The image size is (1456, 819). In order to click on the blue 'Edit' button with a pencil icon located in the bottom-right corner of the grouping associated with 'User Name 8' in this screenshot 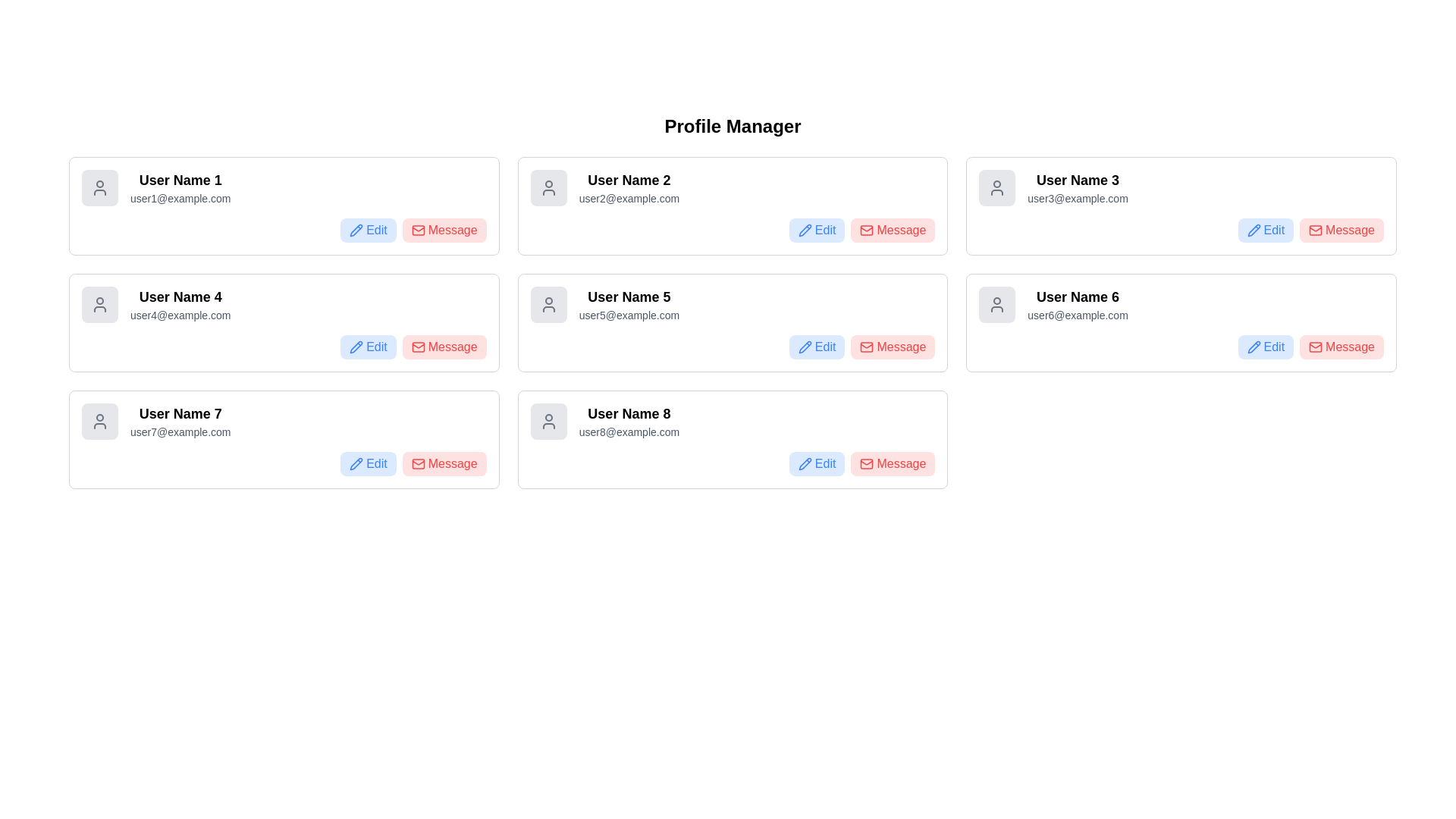, I will do `click(816, 463)`.